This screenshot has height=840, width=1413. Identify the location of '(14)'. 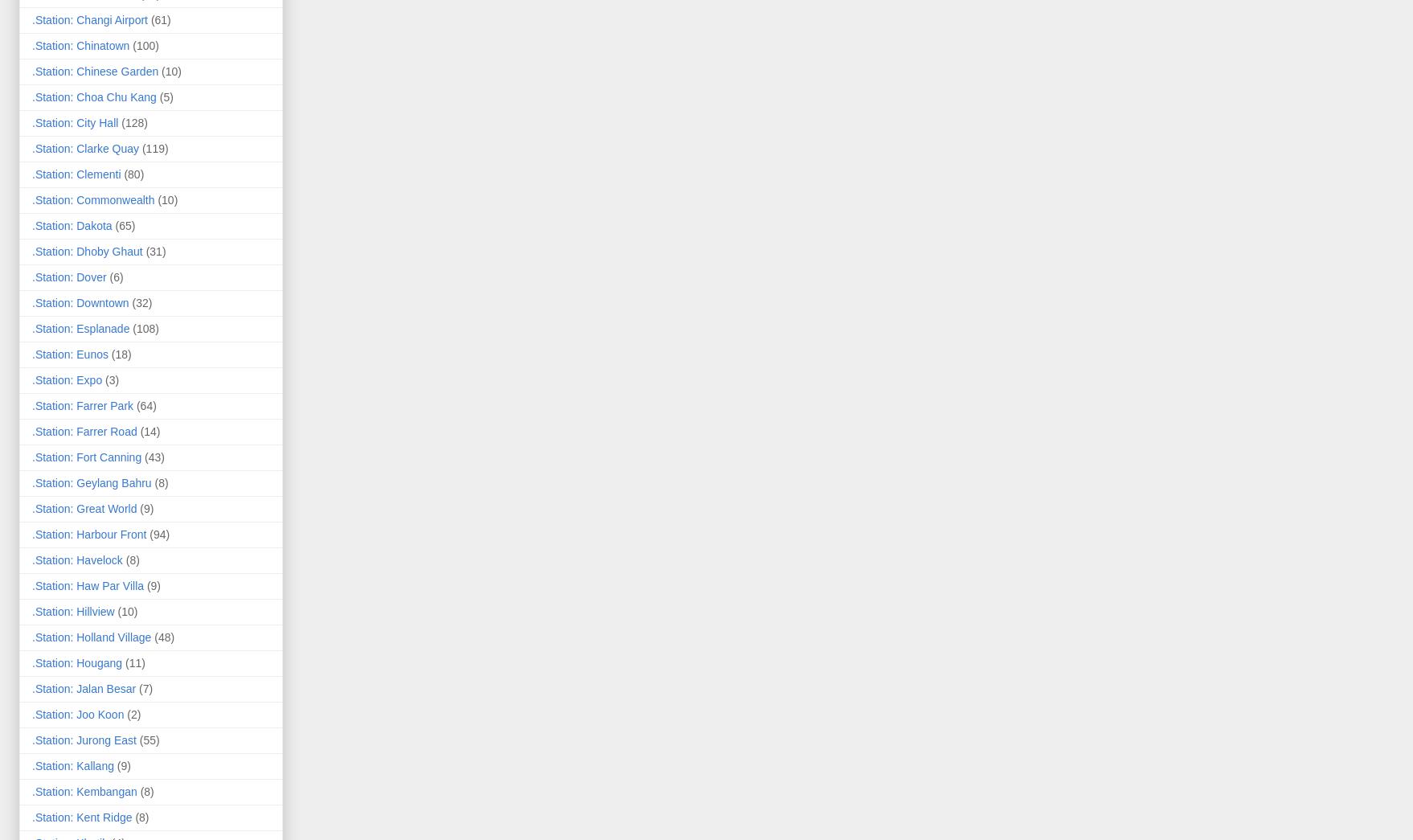
(149, 430).